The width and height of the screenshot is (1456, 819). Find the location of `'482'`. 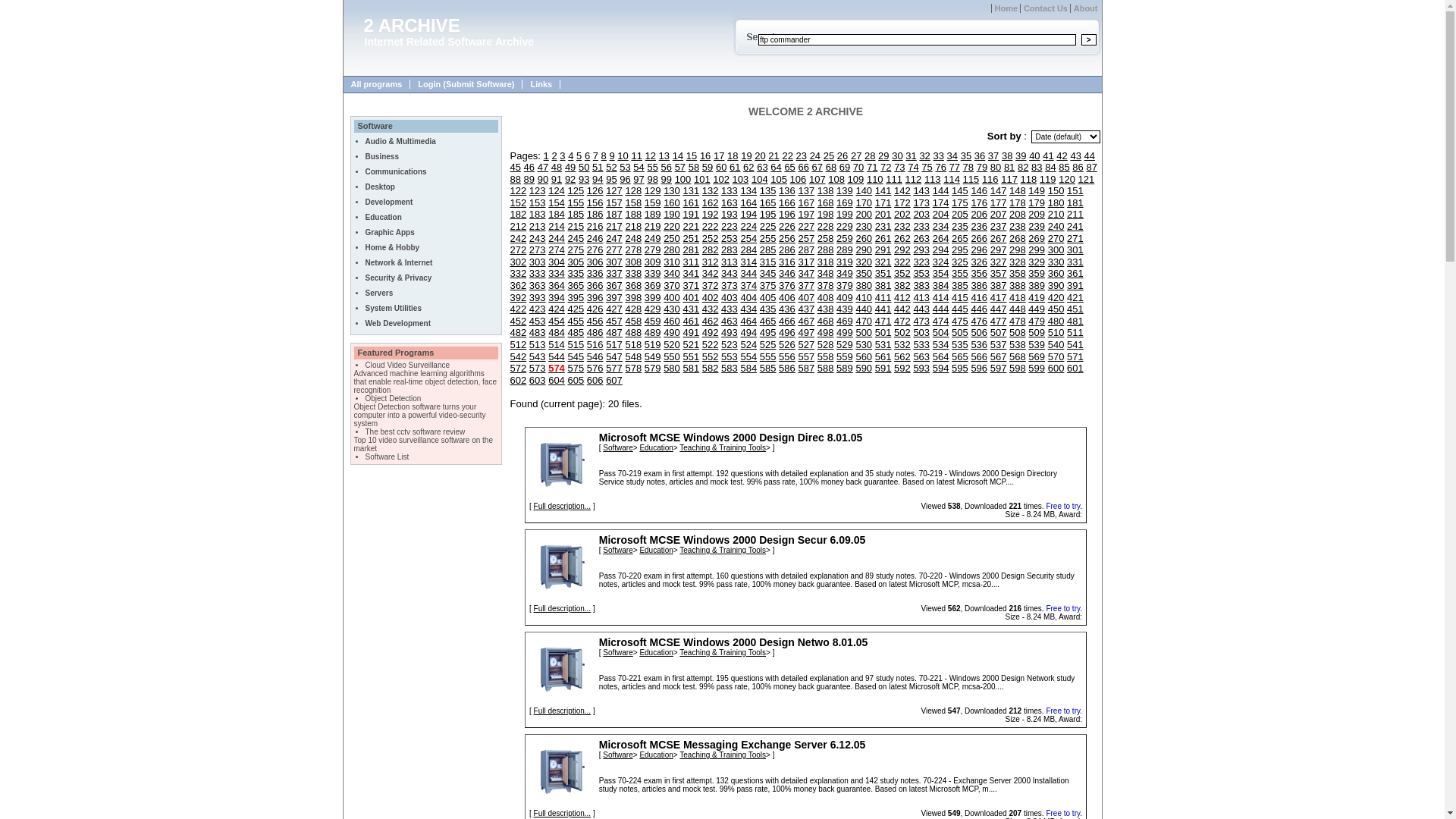

'482' is located at coordinates (510, 331).